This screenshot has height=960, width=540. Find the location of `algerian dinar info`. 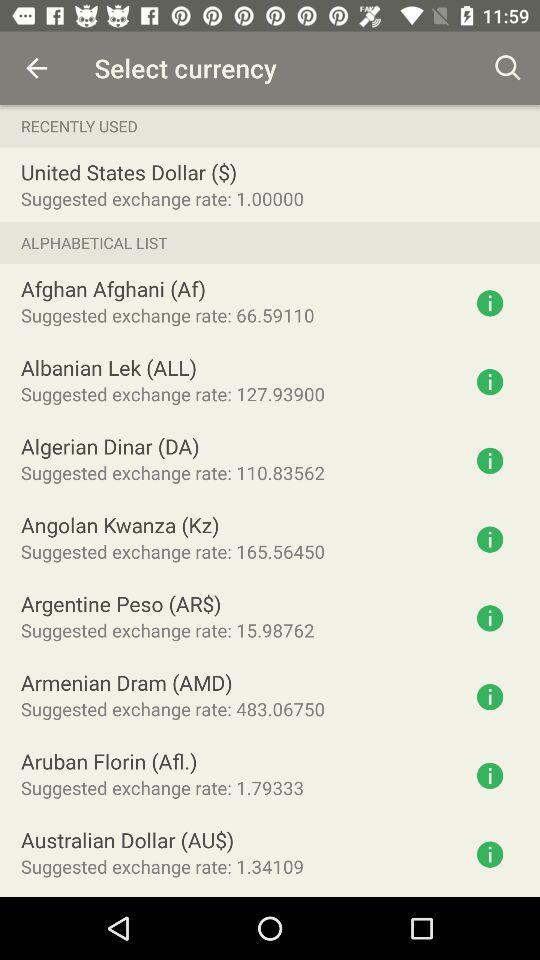

algerian dinar info is located at coordinates (489, 460).